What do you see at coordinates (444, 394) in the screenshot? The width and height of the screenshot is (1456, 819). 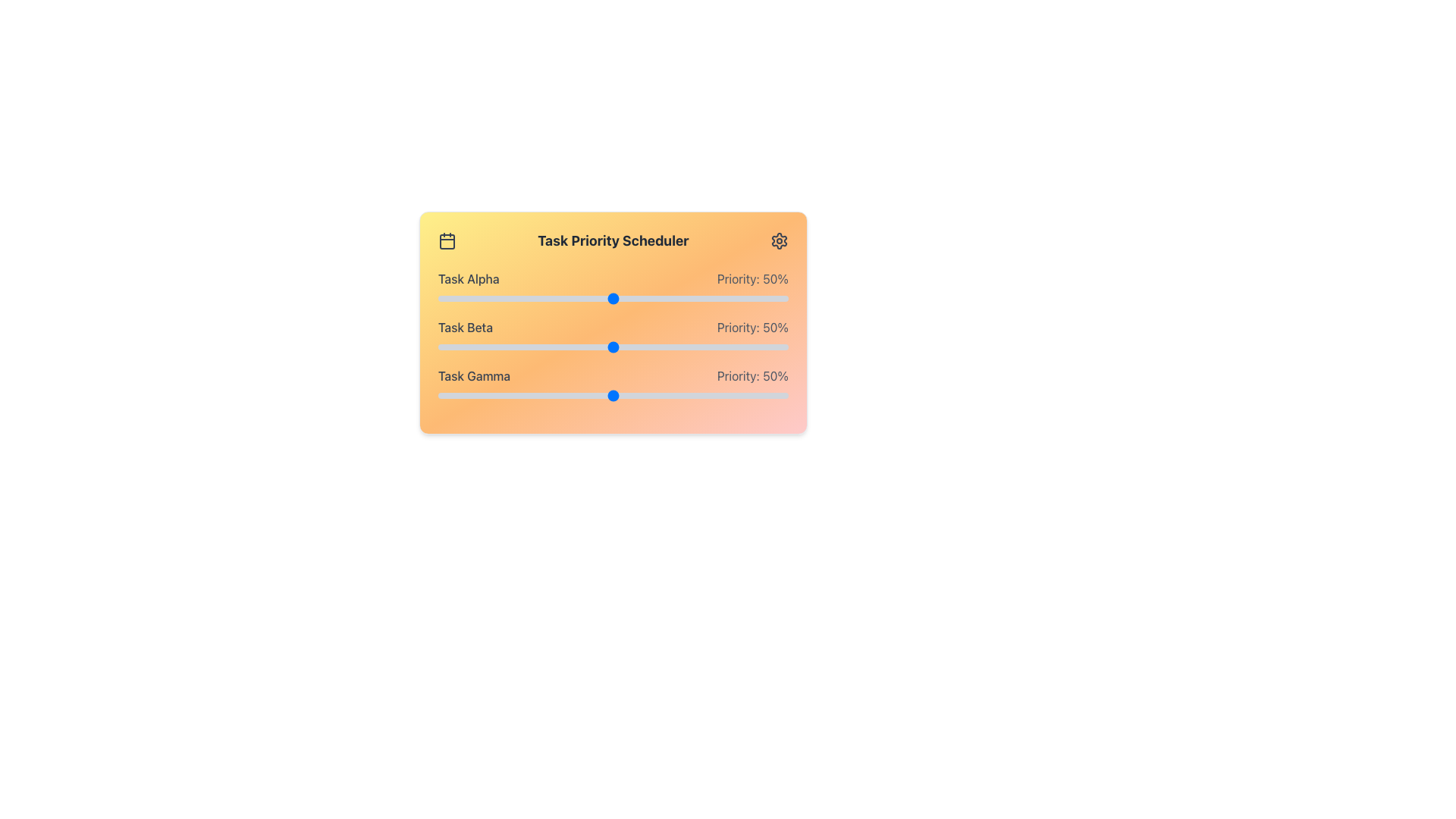 I see `the priority of Task Gamma` at bounding box center [444, 394].